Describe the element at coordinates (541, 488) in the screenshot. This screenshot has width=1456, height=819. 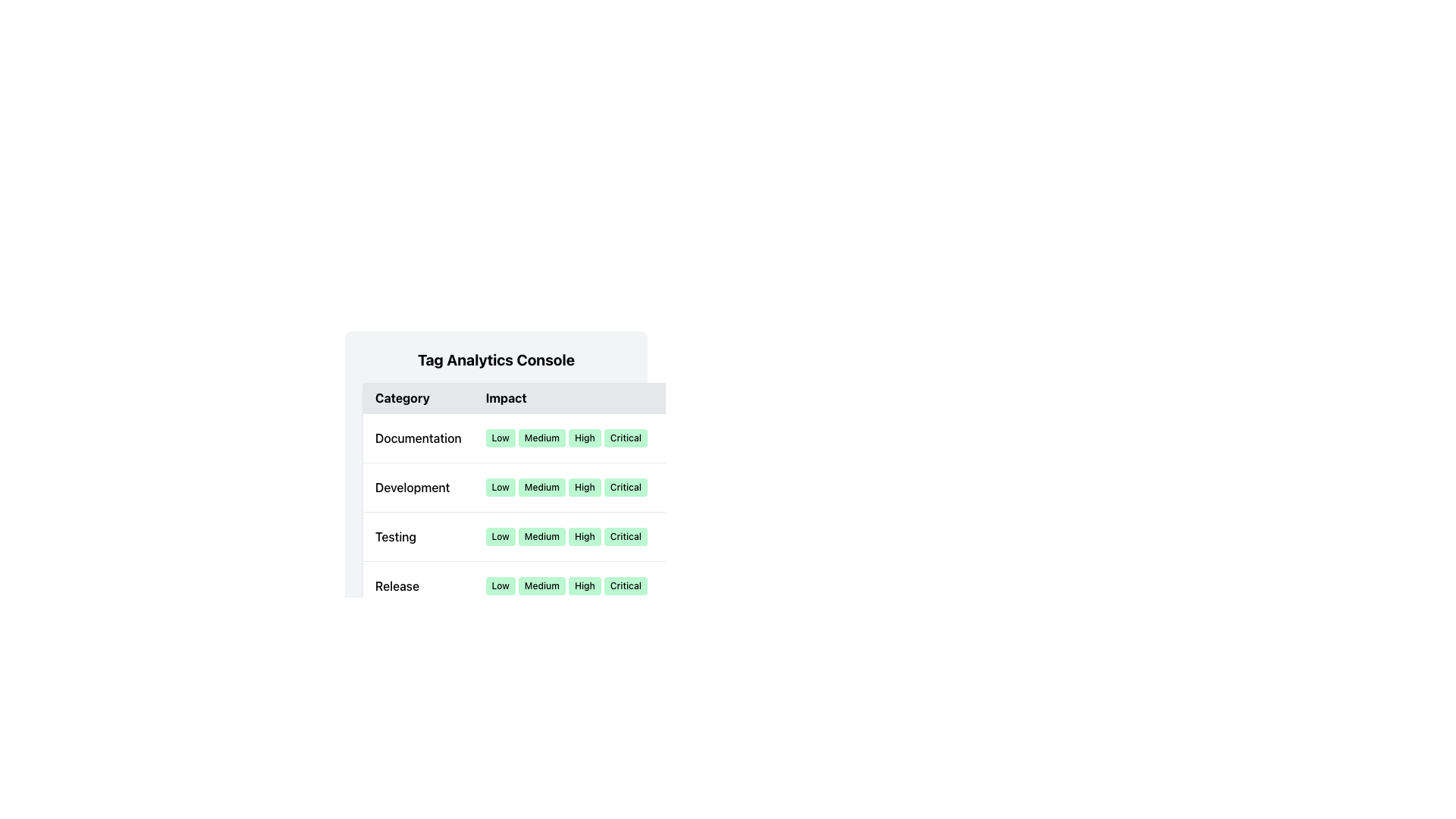
I see `the label with the text 'Medium', which is the second label in the 'Development' row under the 'Impact' category, to interact with it` at that location.